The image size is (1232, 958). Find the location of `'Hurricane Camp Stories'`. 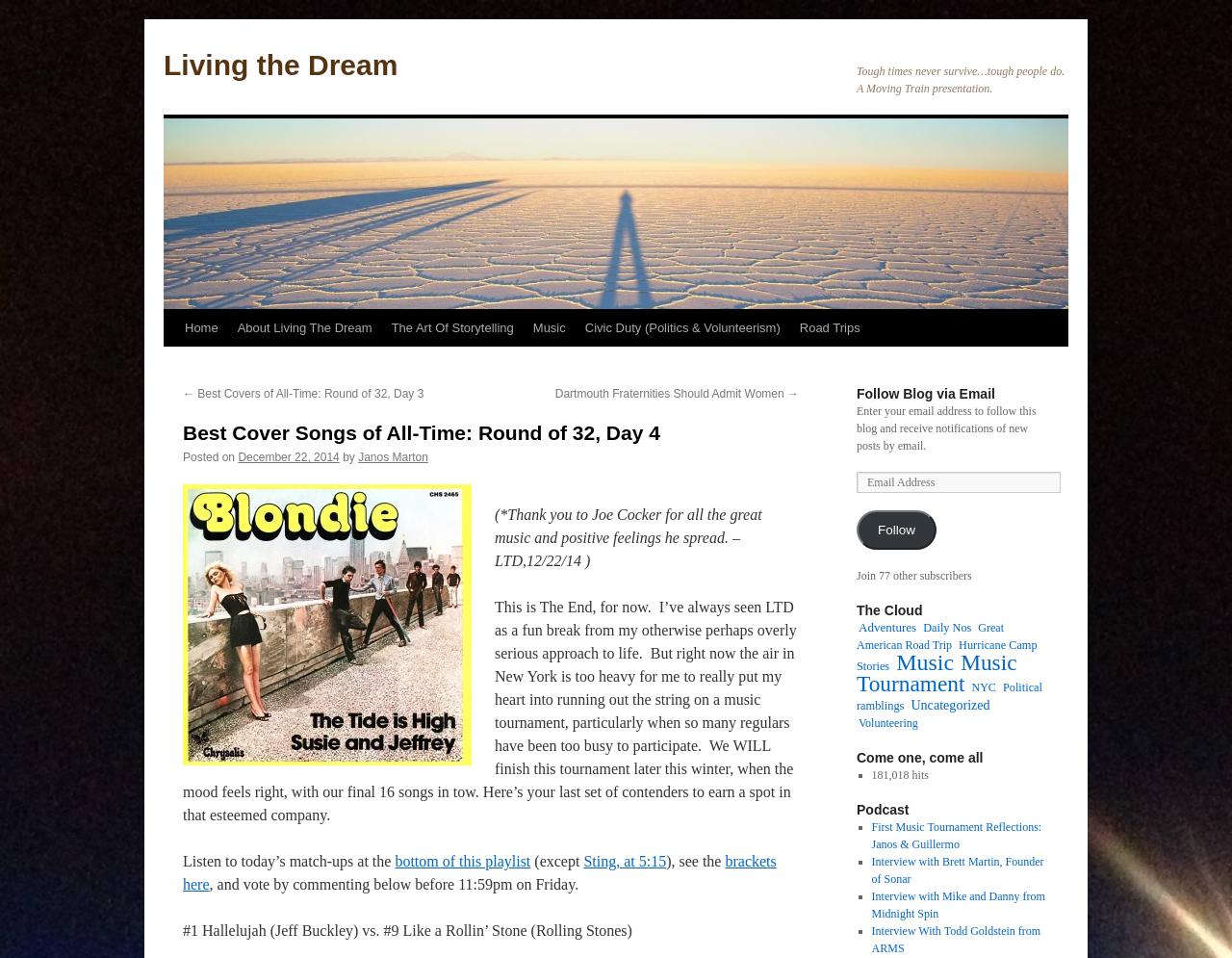

'Hurricane Camp Stories' is located at coordinates (855, 654).